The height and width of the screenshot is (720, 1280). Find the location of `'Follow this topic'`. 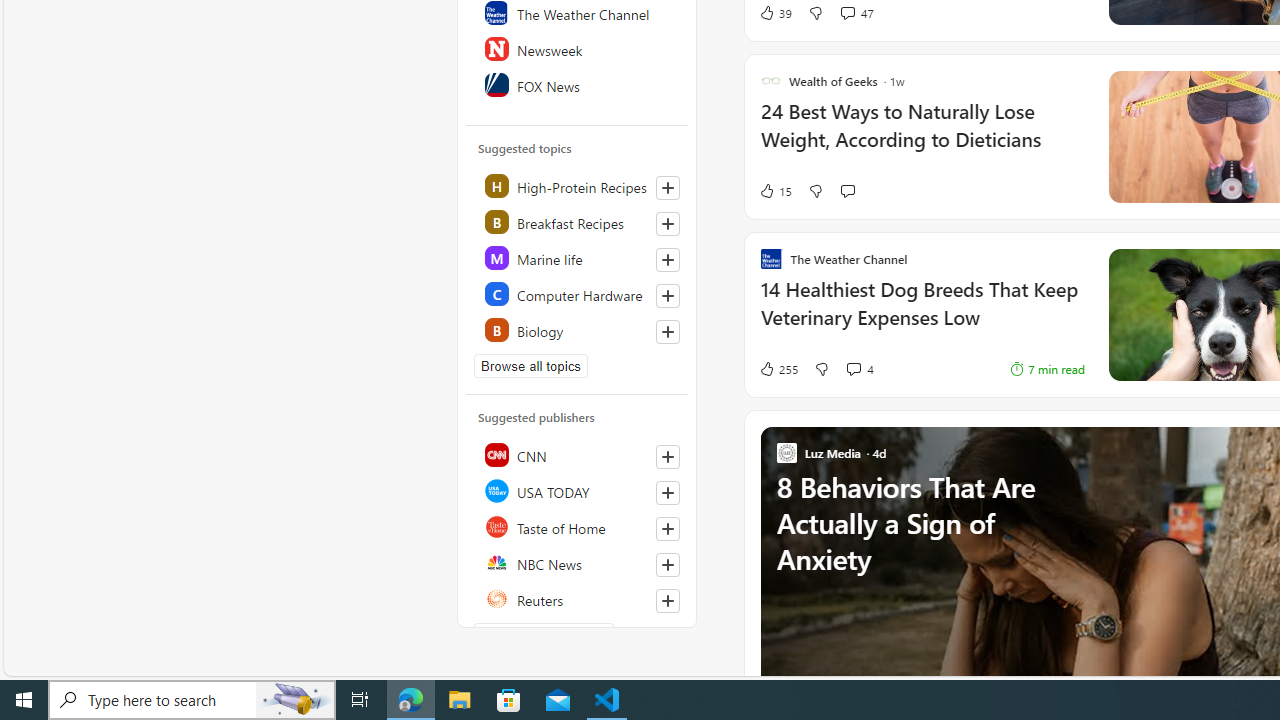

'Follow this topic' is located at coordinates (668, 330).